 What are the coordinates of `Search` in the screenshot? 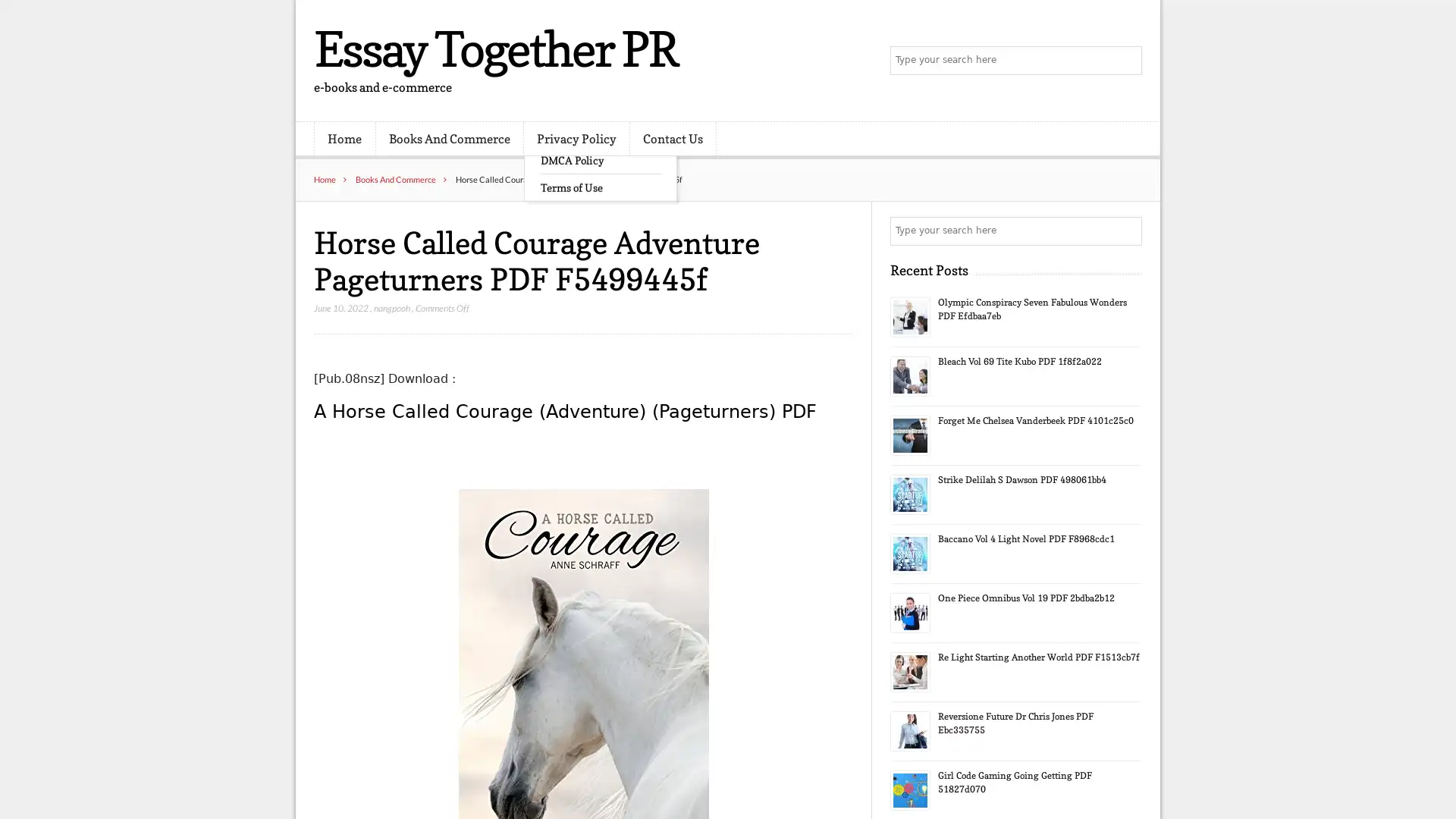 It's located at (1126, 231).